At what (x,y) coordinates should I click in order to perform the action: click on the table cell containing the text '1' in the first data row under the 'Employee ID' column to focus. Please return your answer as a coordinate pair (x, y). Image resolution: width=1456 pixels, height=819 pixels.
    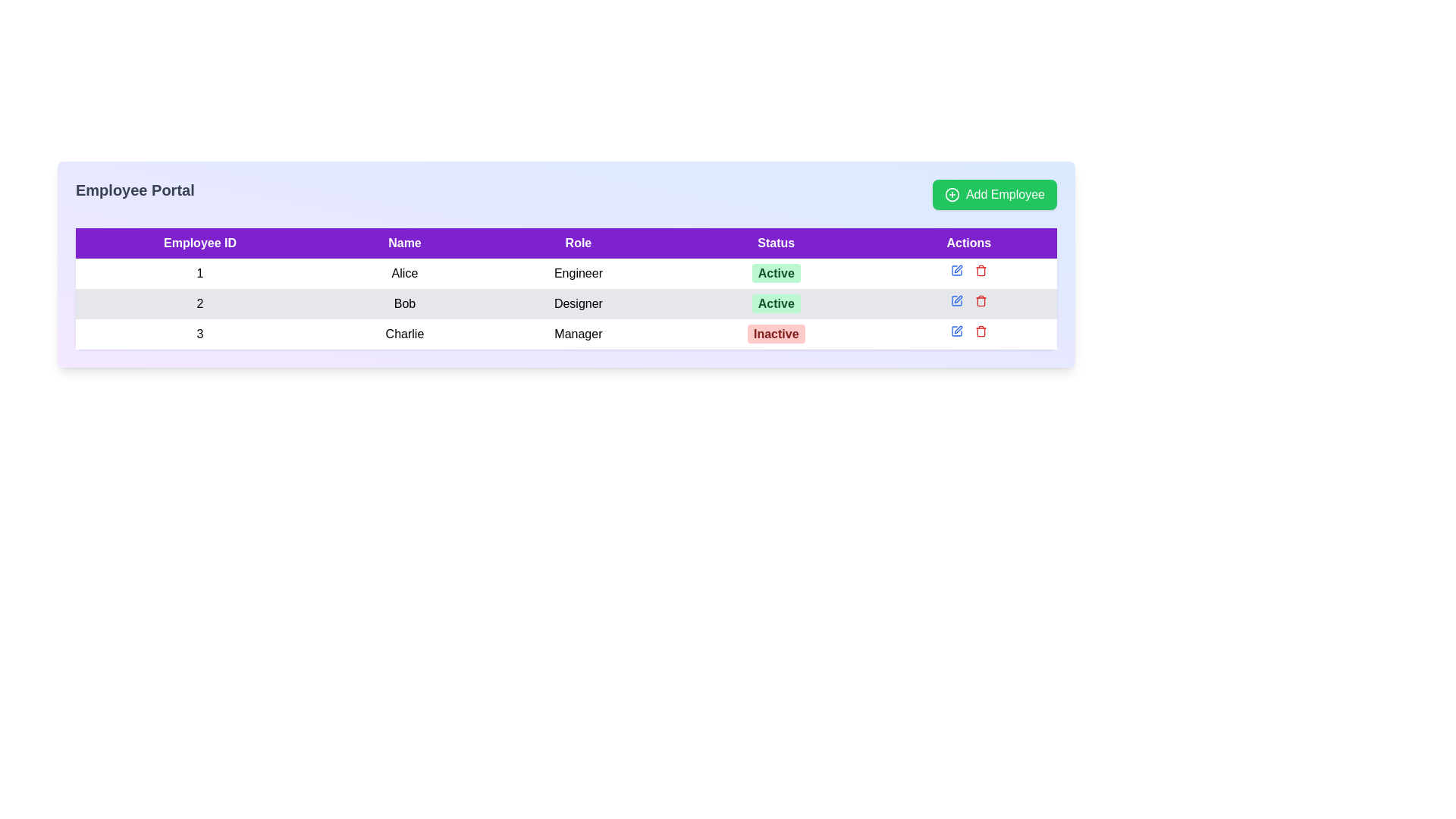
    Looking at the image, I should click on (199, 274).